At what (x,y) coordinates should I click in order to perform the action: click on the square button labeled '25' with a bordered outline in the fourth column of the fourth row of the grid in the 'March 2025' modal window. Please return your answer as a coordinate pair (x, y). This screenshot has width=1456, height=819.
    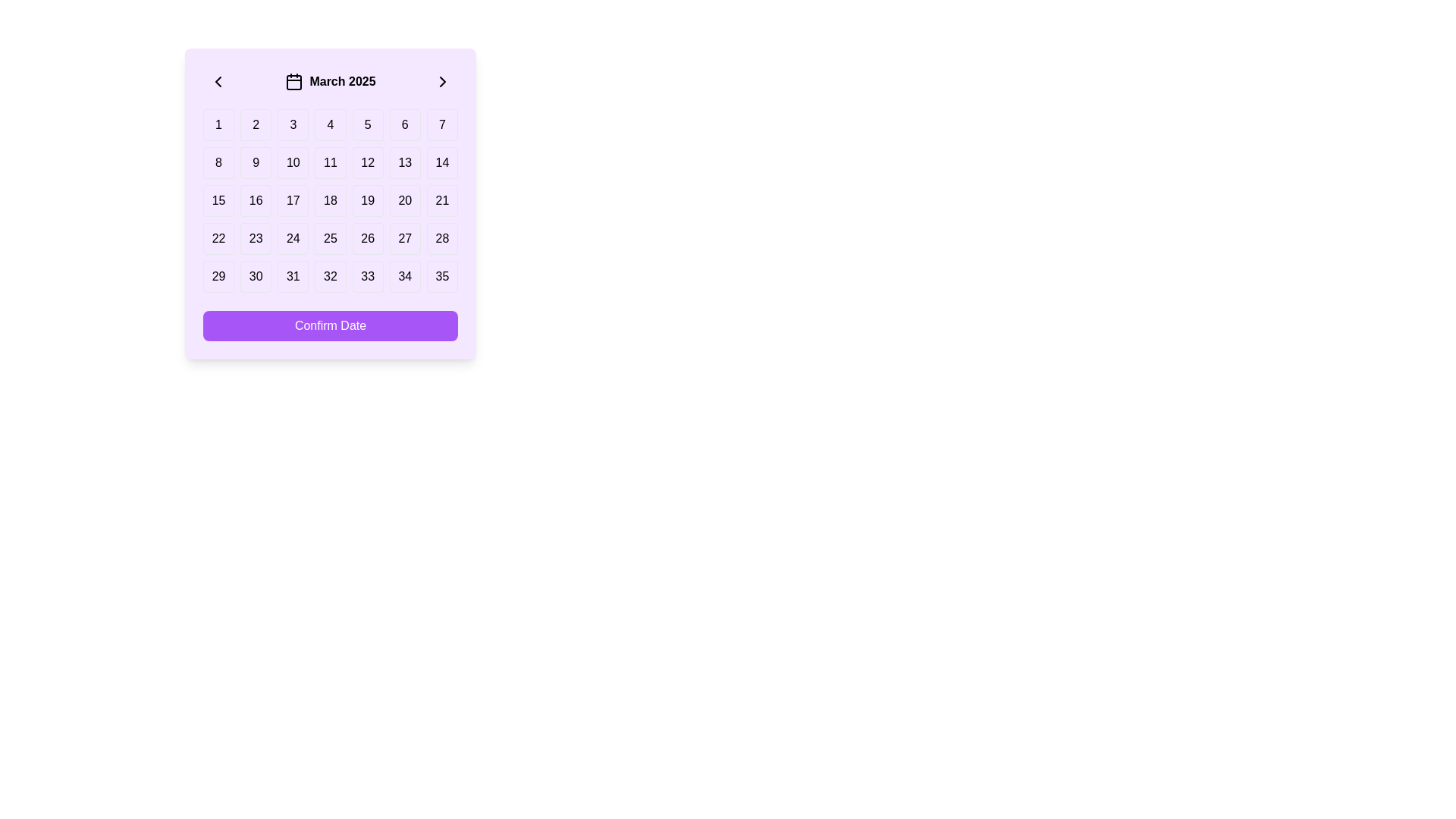
    Looking at the image, I should click on (330, 239).